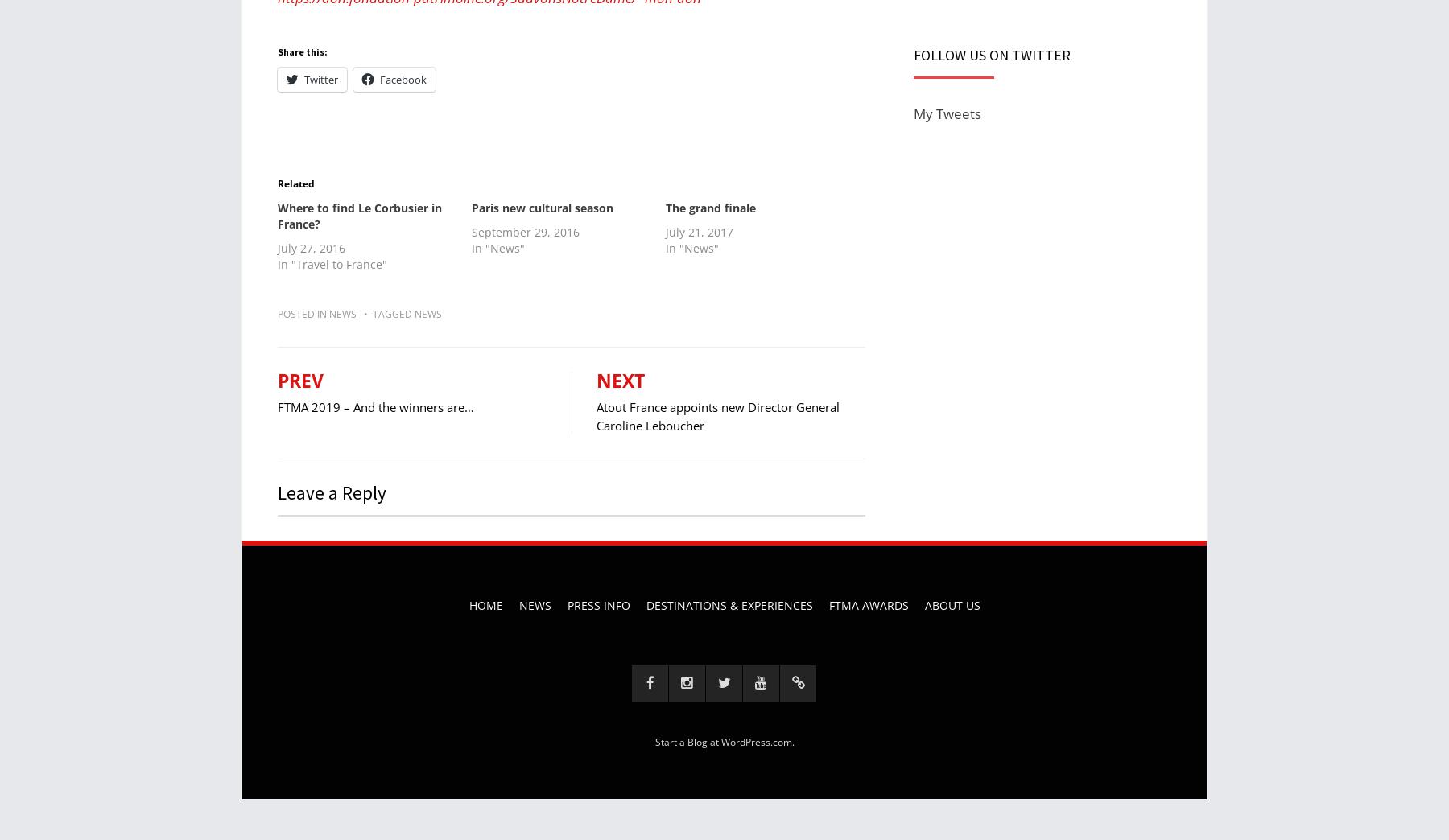 Image resolution: width=1449 pixels, height=840 pixels. Describe the element at coordinates (947, 113) in the screenshot. I see `'My Tweets'` at that location.